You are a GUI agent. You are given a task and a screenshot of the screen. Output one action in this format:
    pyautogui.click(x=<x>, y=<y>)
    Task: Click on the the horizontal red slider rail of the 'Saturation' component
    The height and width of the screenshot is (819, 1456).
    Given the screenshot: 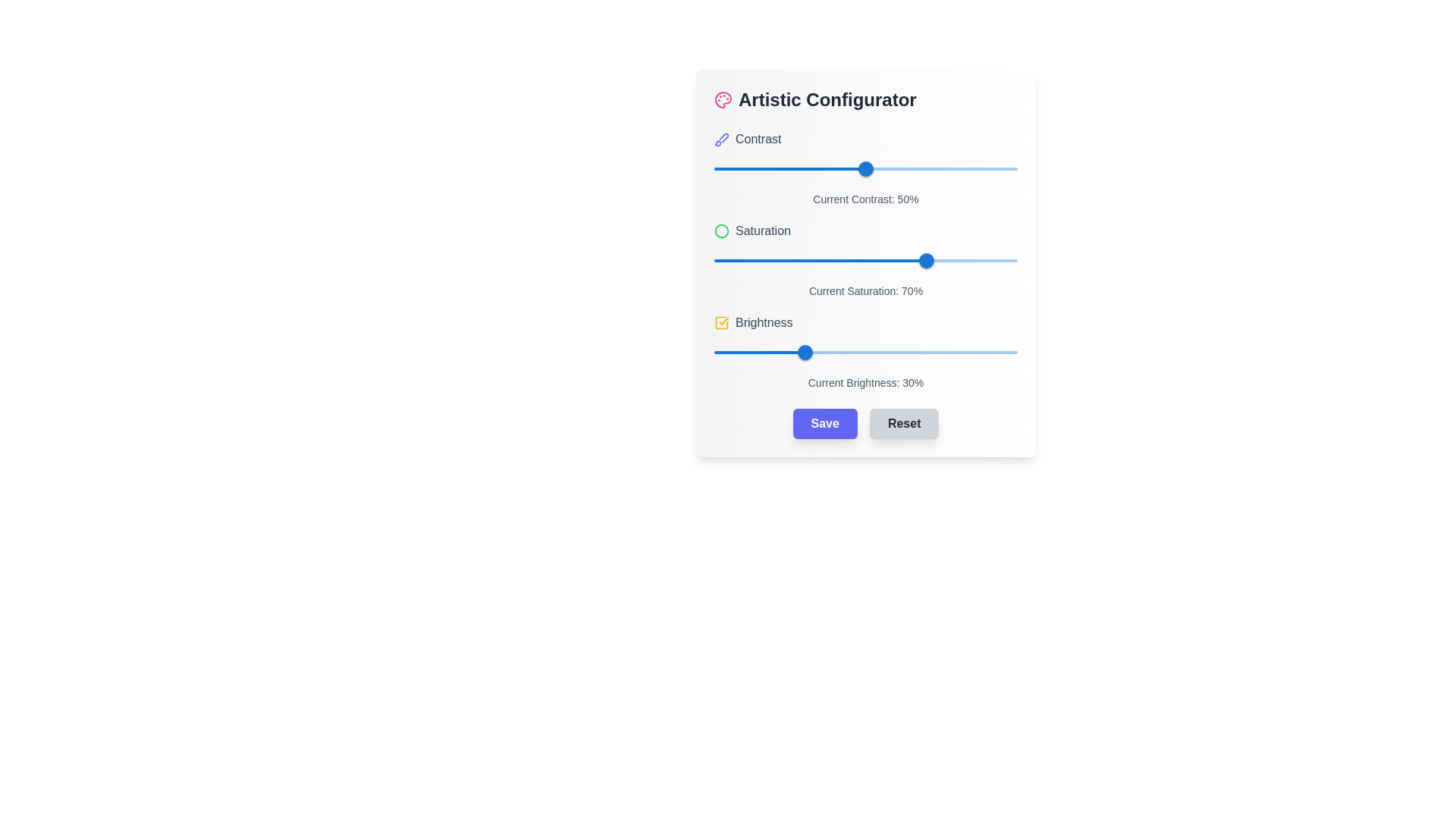 What is the action you would take?
    pyautogui.click(x=866, y=259)
    